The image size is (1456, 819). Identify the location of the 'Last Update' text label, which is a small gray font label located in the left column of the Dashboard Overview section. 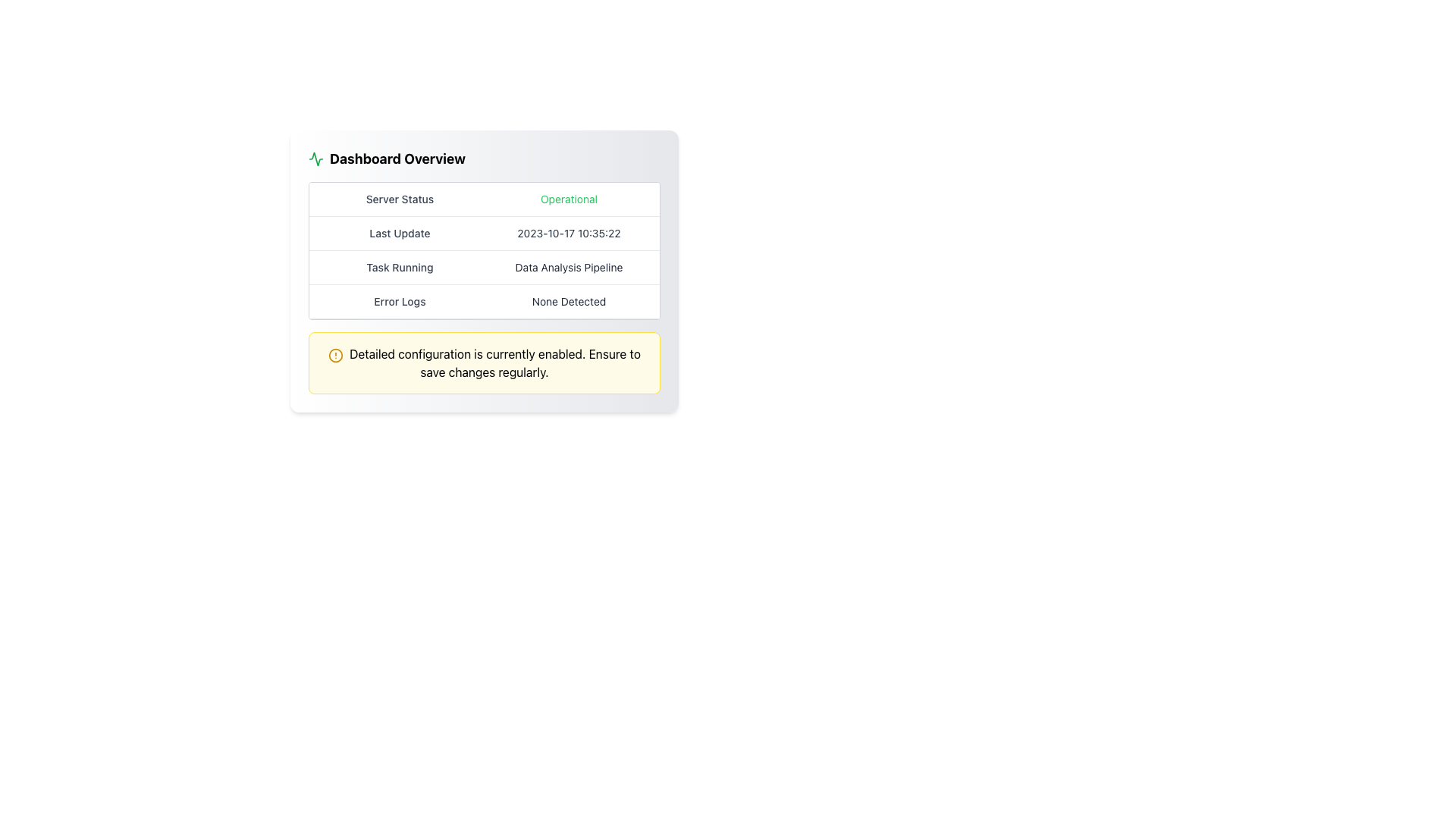
(400, 234).